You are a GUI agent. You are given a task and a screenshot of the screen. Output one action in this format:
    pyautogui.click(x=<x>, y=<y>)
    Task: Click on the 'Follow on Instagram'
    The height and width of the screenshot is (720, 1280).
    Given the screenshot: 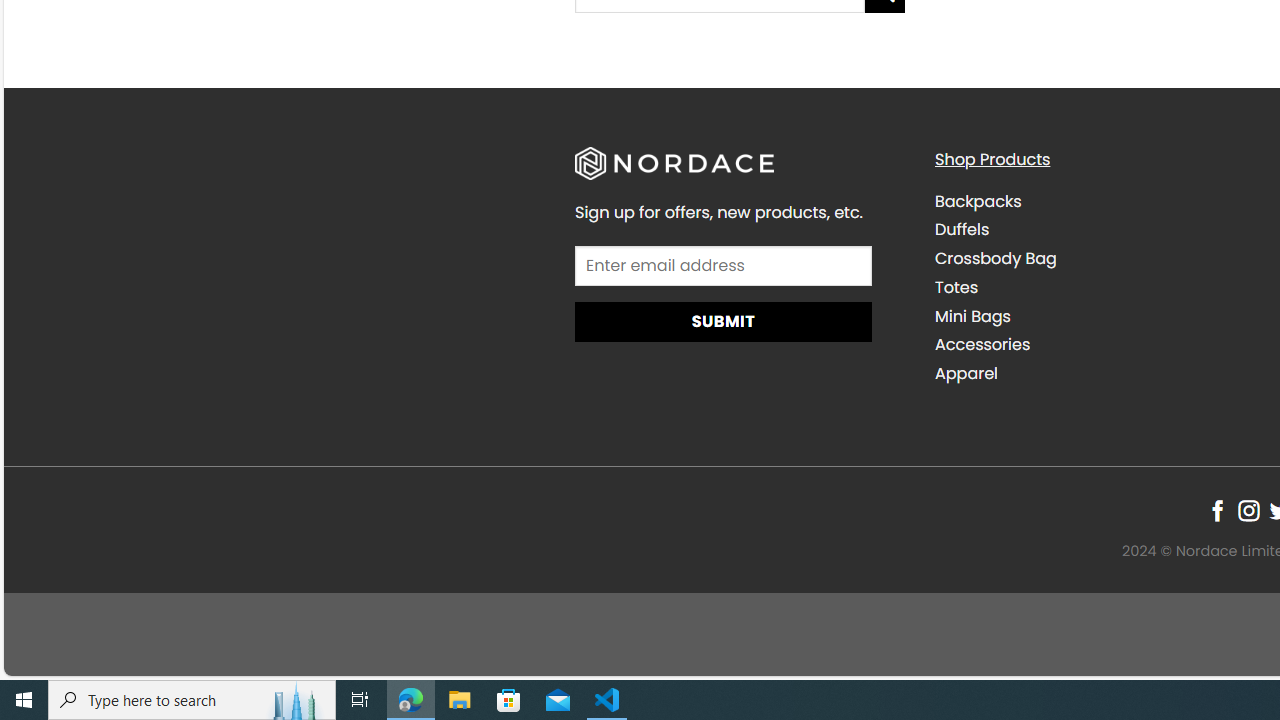 What is the action you would take?
    pyautogui.click(x=1247, y=510)
    